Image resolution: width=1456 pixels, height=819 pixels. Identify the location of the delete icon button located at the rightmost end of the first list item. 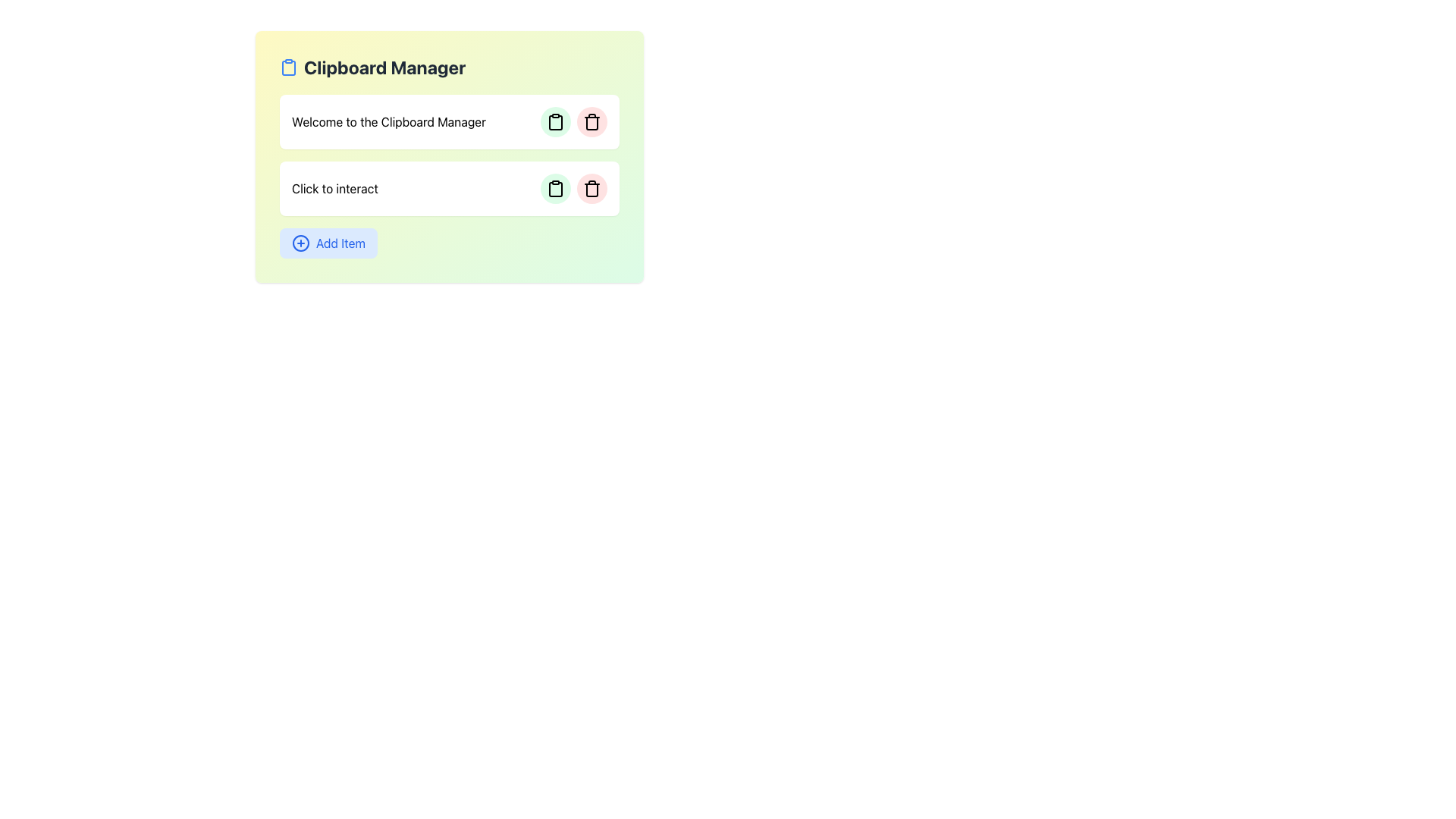
(591, 121).